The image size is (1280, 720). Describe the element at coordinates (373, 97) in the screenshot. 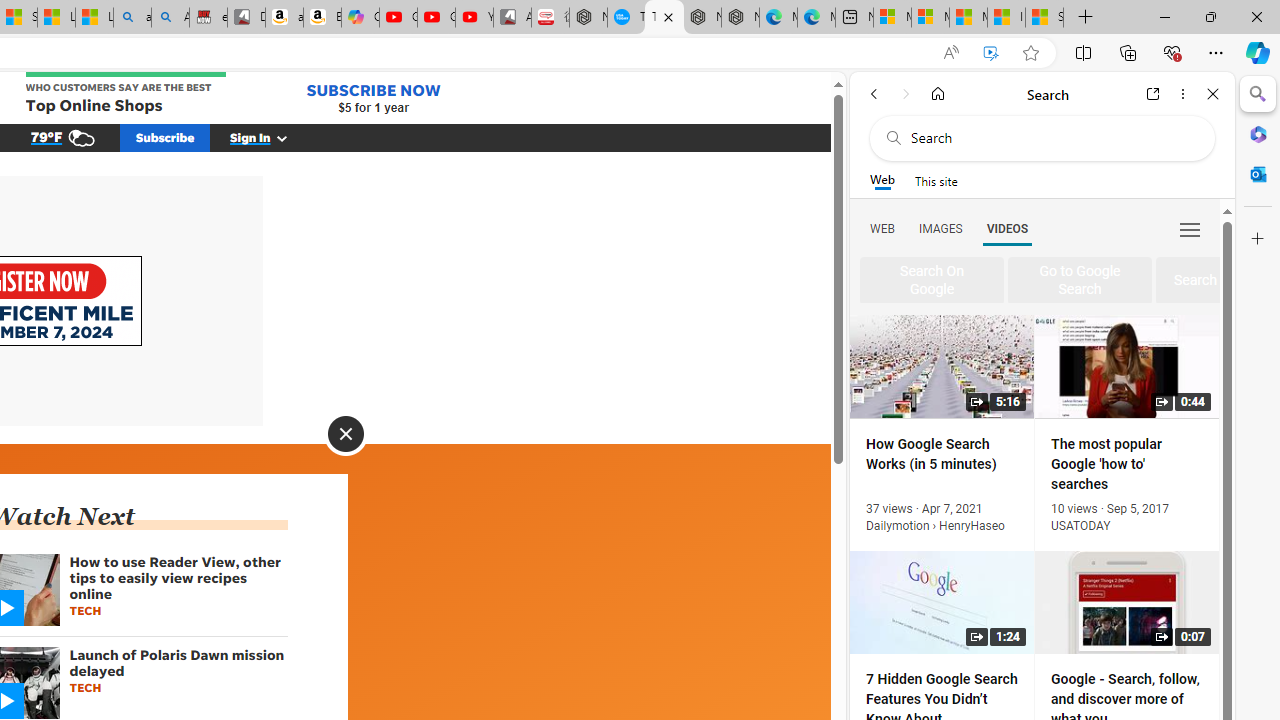

I see `'SUBSCRIBE NOW $5 for 1 year'` at that location.